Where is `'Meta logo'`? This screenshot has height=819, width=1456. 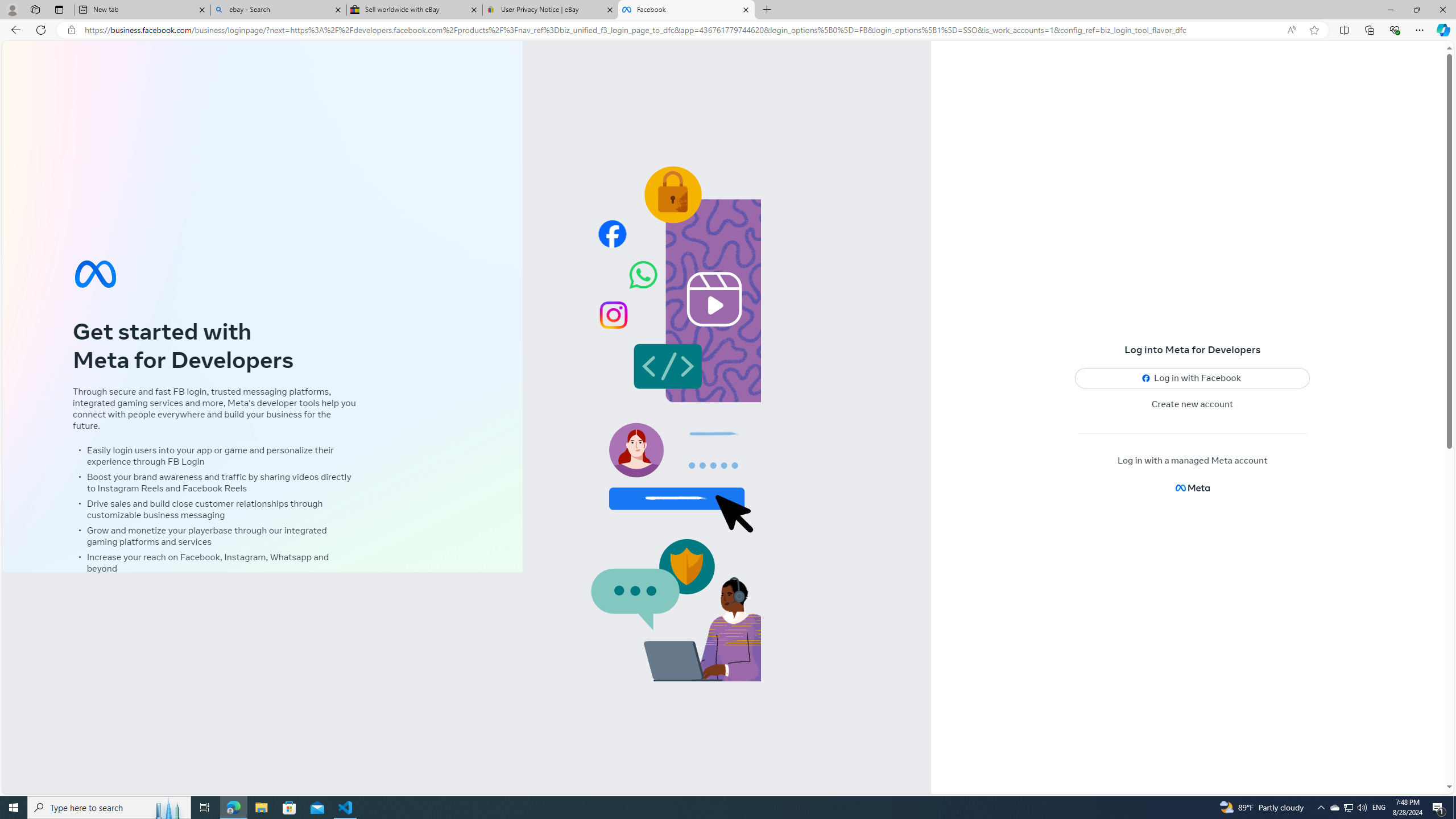 'Meta logo' is located at coordinates (1192, 487).